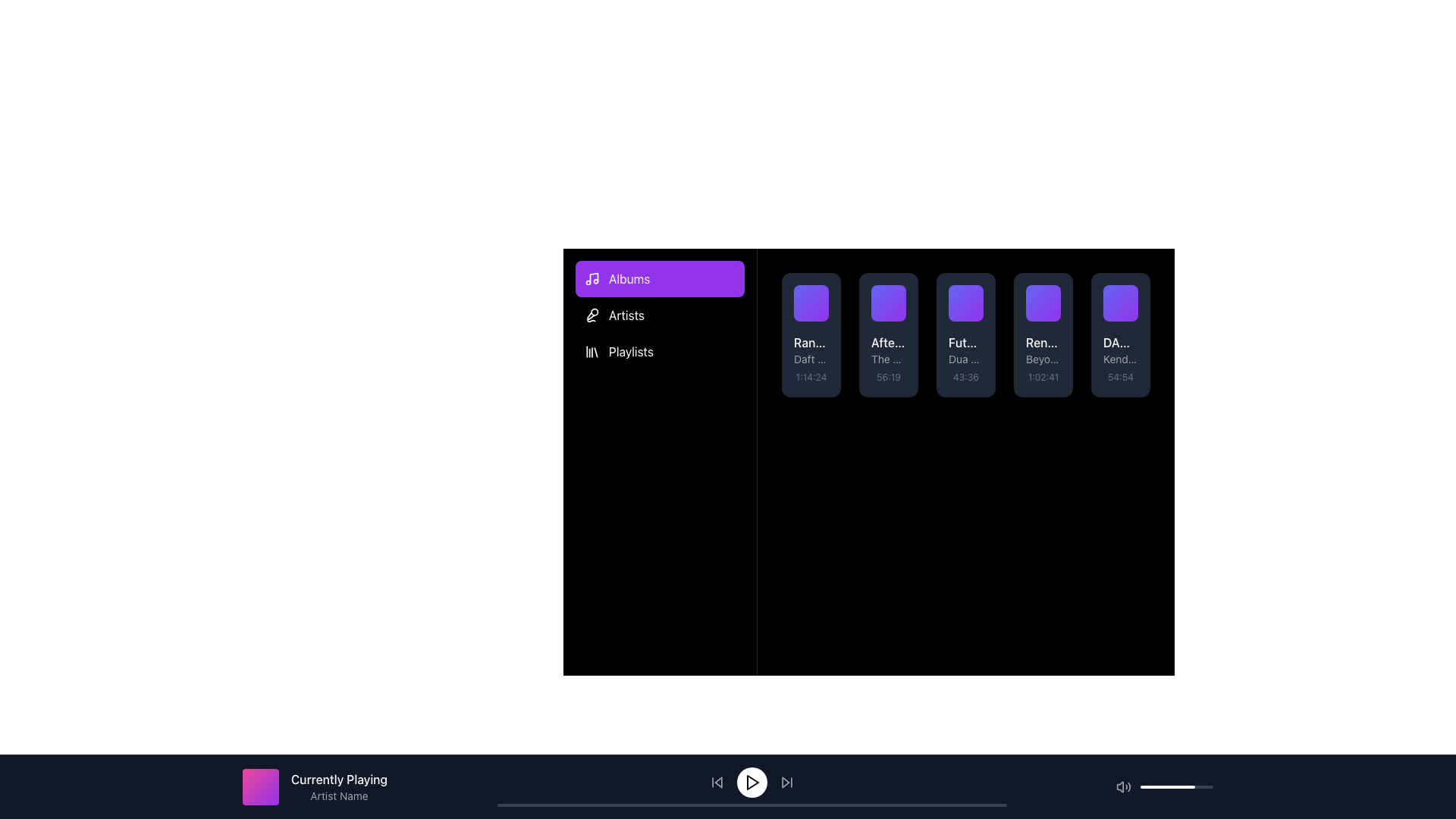  Describe the element at coordinates (631, 351) in the screenshot. I see `the 'Playlists' text label within the navigational menu` at that location.